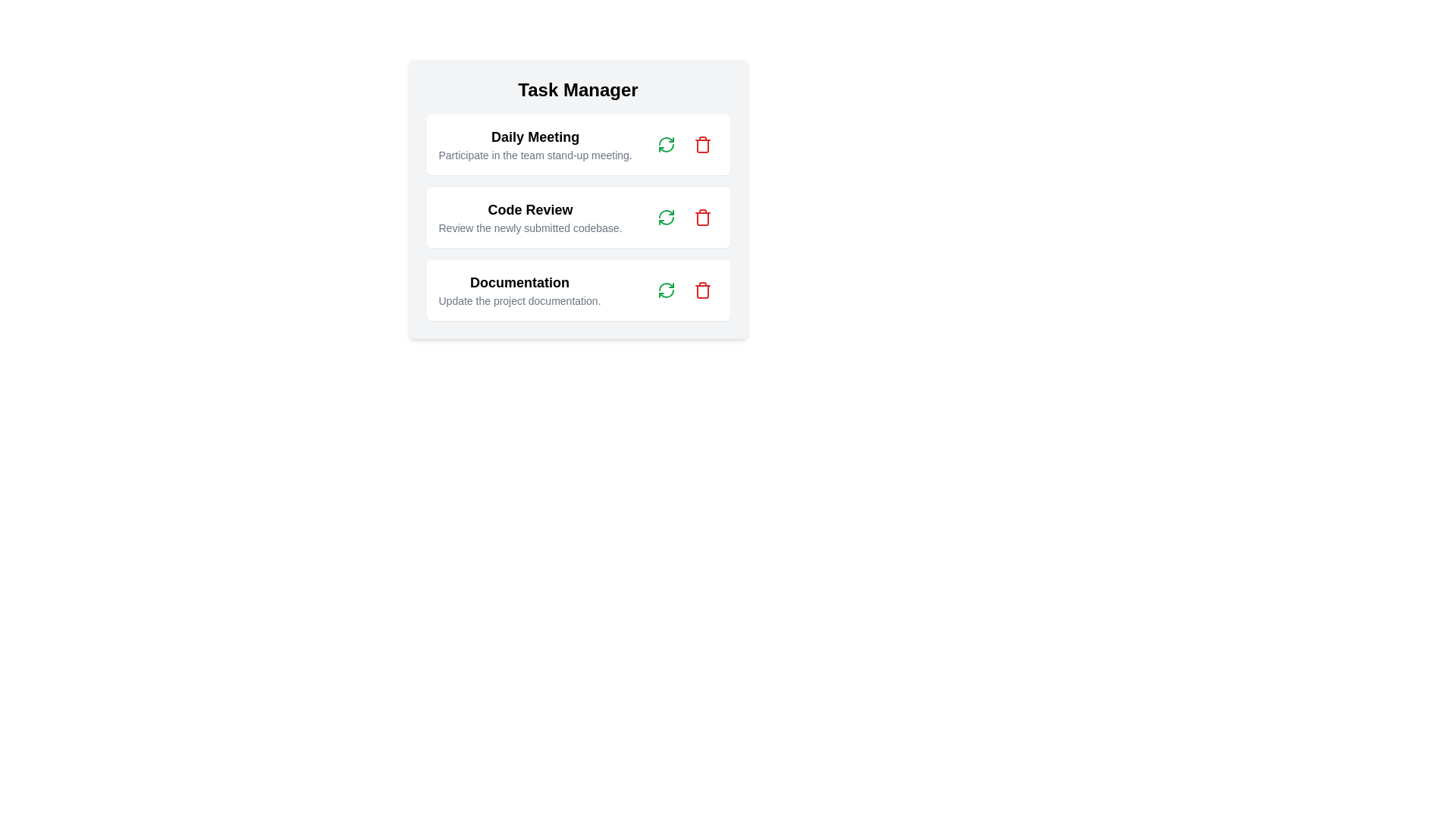 Image resolution: width=1456 pixels, height=819 pixels. Describe the element at coordinates (666, 145) in the screenshot. I see `the green rounded button with a refresh icon adjacent to the 'Daily Meeting' text in the 'Task Manager' module` at that location.